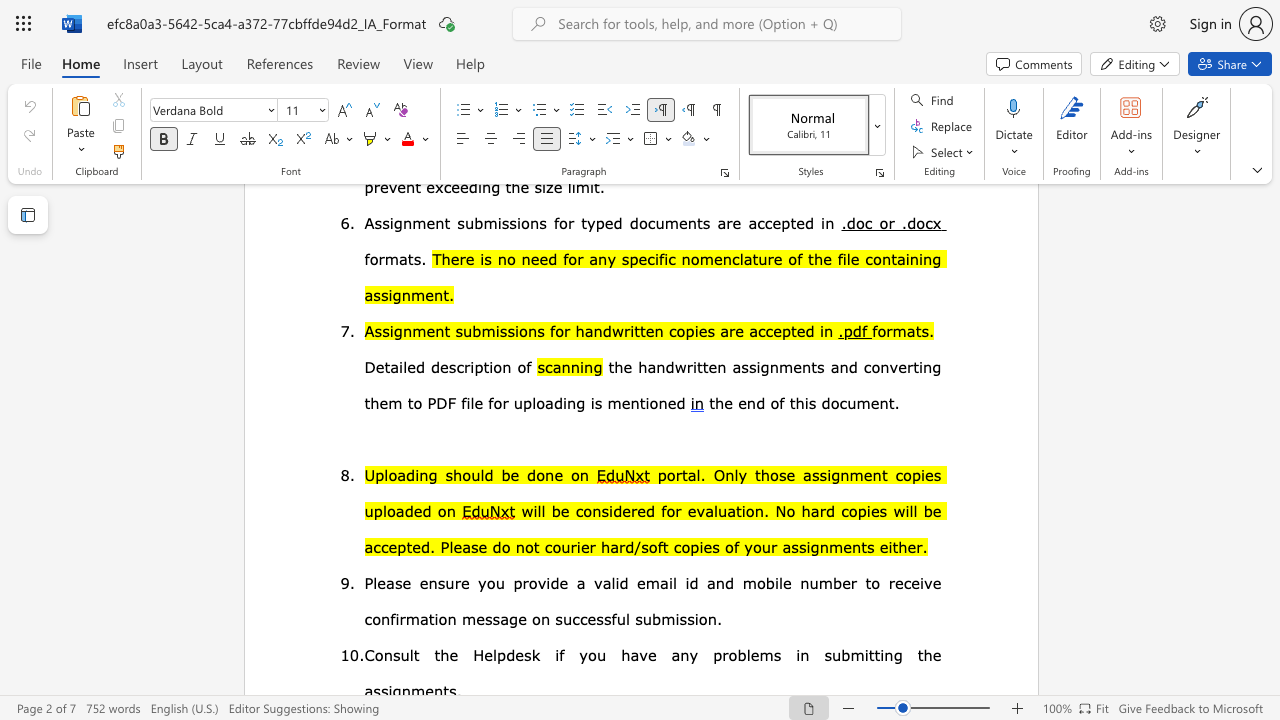  Describe the element at coordinates (452, 474) in the screenshot. I see `the subset text "hould be done" within the text "Uploading should be done on"` at that location.